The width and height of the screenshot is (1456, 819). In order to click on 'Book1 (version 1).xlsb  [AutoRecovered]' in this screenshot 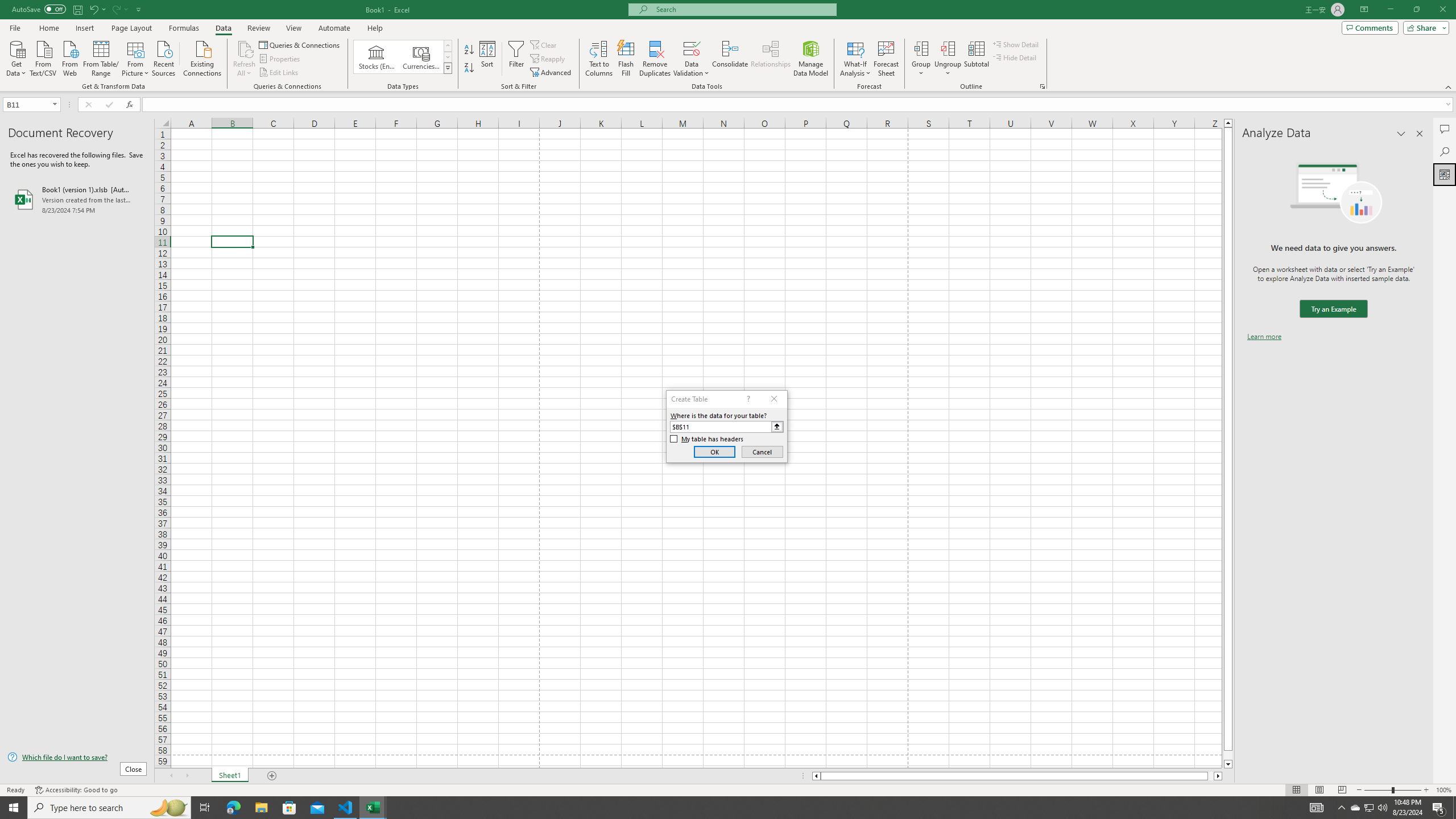, I will do `click(76, 198)`.